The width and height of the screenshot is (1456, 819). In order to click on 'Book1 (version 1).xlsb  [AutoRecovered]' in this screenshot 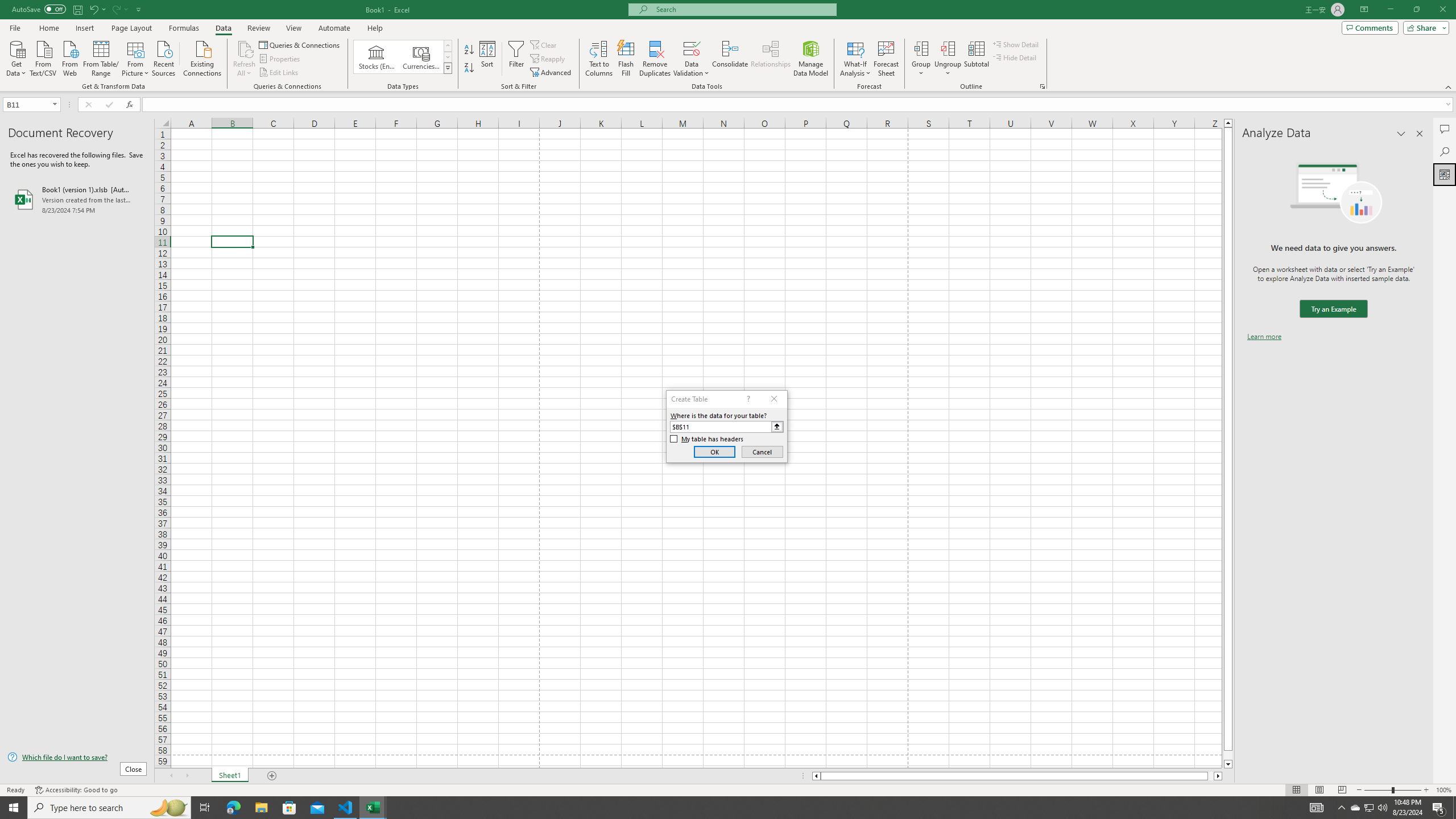, I will do `click(76, 198)`.